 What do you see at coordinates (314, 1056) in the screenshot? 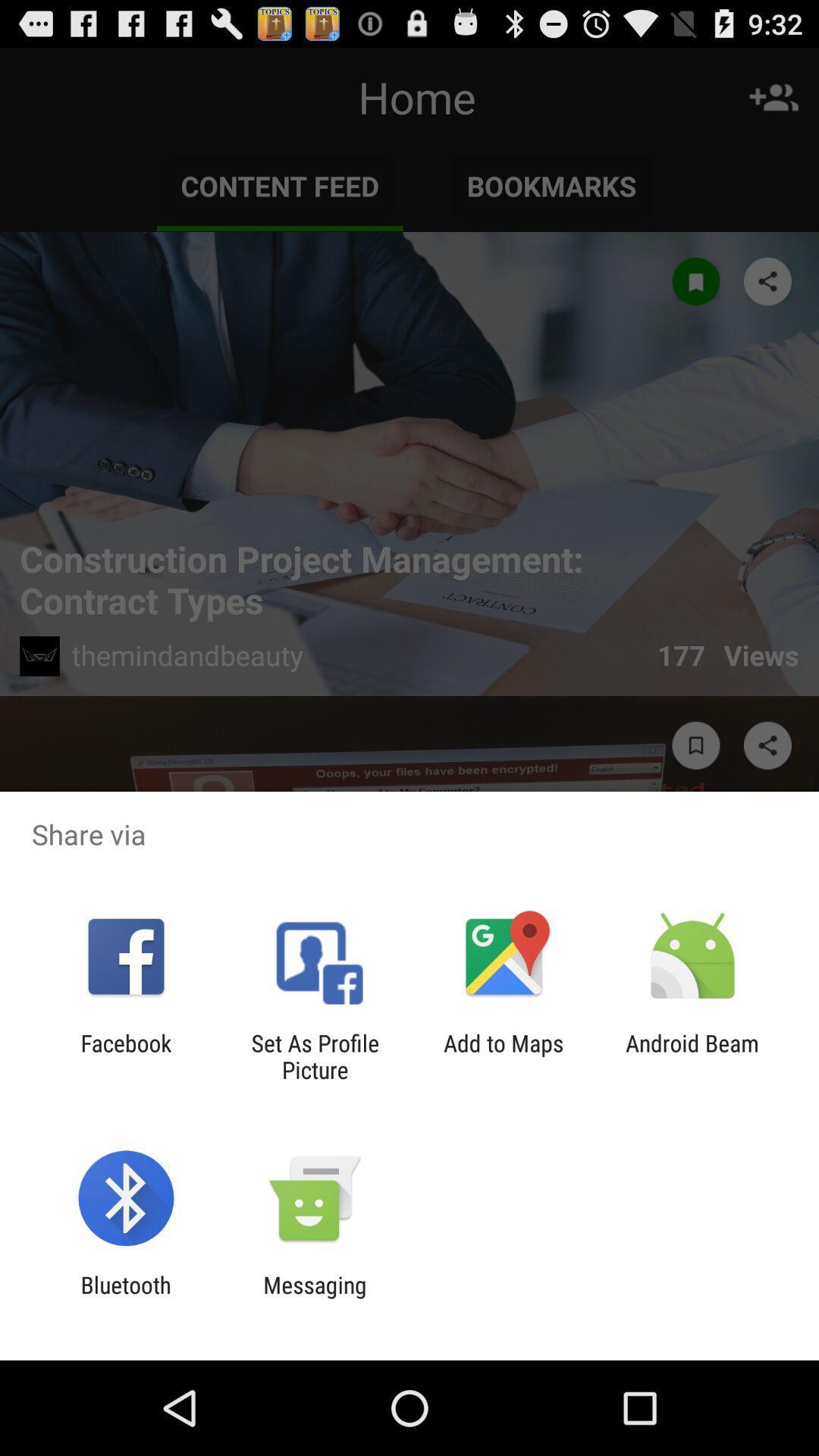
I see `app next to facebook` at bounding box center [314, 1056].